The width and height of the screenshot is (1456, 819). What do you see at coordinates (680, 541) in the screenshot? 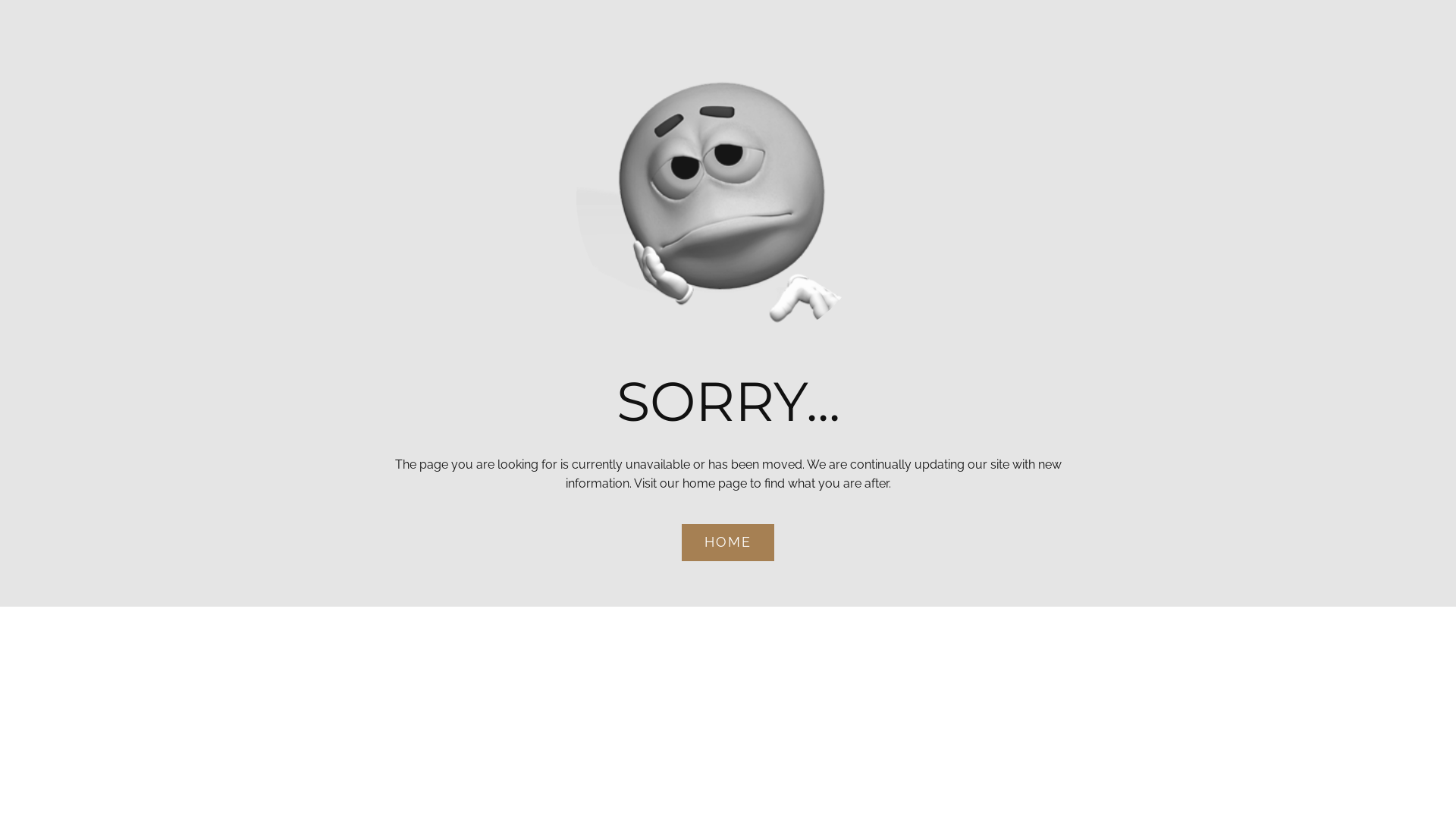
I see `'HOME'` at bounding box center [680, 541].